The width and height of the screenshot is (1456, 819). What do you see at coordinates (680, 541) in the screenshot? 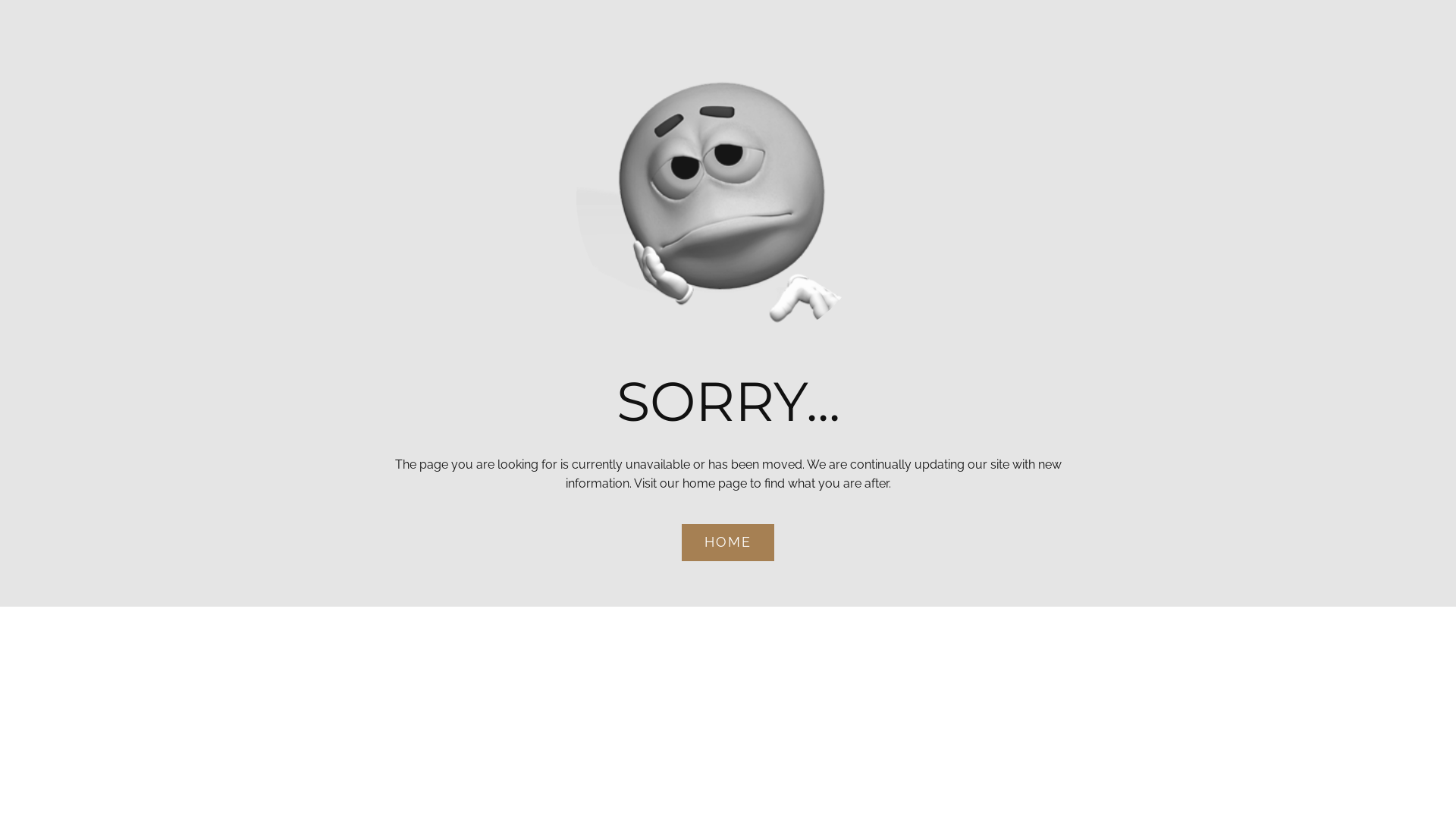
I see `'HOME'` at bounding box center [680, 541].